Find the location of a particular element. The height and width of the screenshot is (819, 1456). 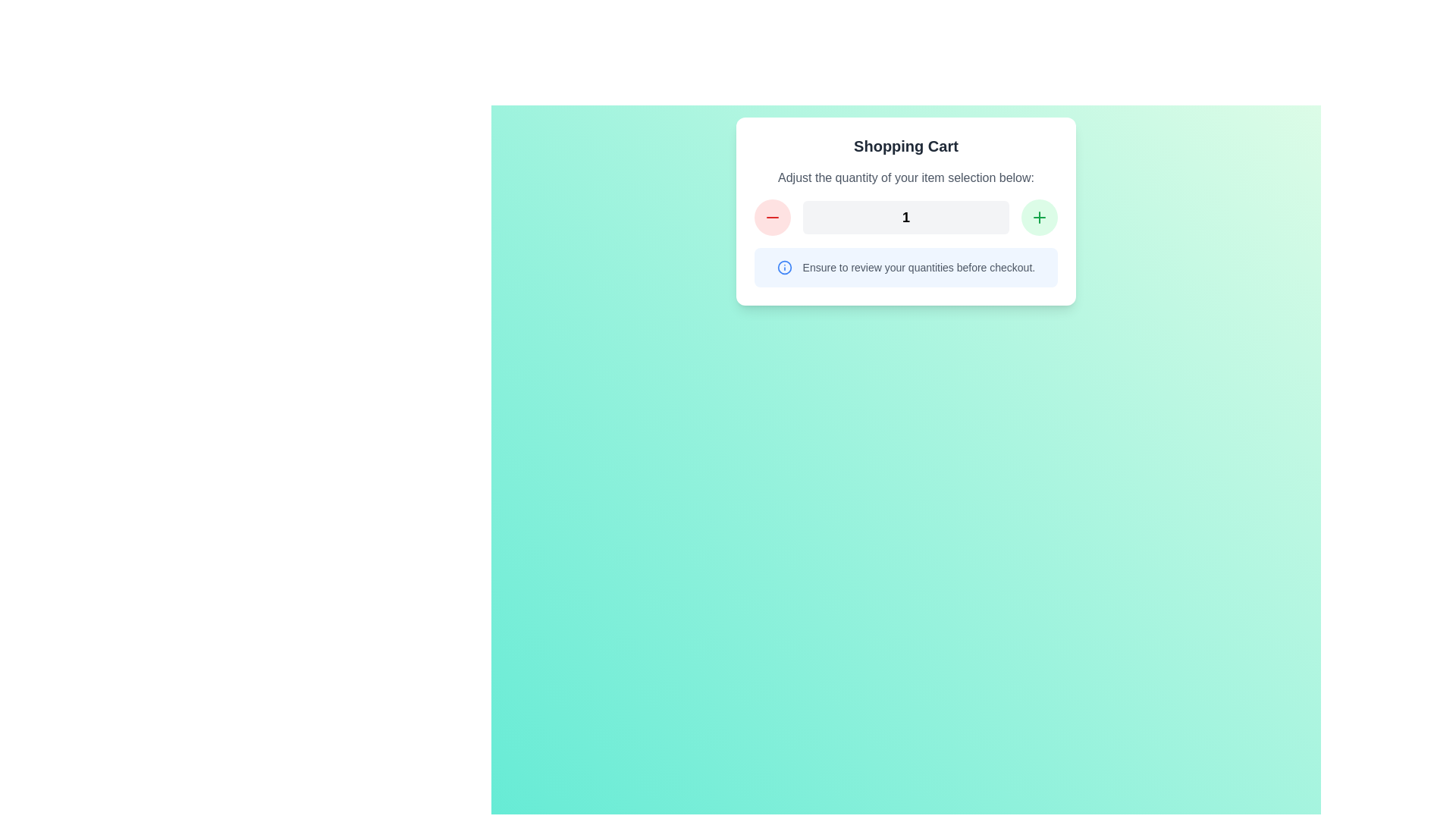

the informational message banner with a light blue background and a blue info icon, which contains the text 'Ensure to review your quantities before checkout.' is located at coordinates (906, 267).